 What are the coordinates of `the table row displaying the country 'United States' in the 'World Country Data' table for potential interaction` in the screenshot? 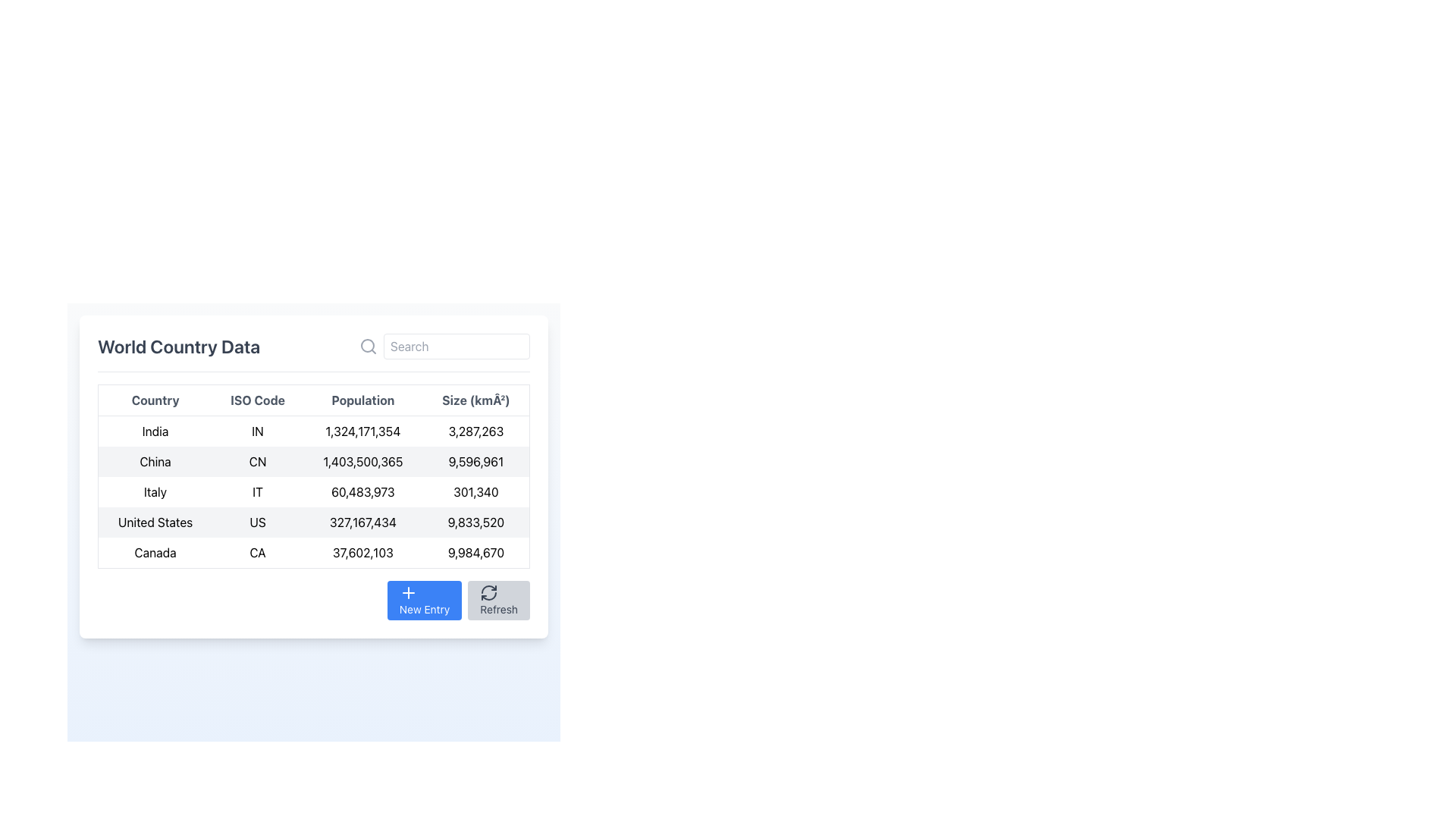 It's located at (312, 522).